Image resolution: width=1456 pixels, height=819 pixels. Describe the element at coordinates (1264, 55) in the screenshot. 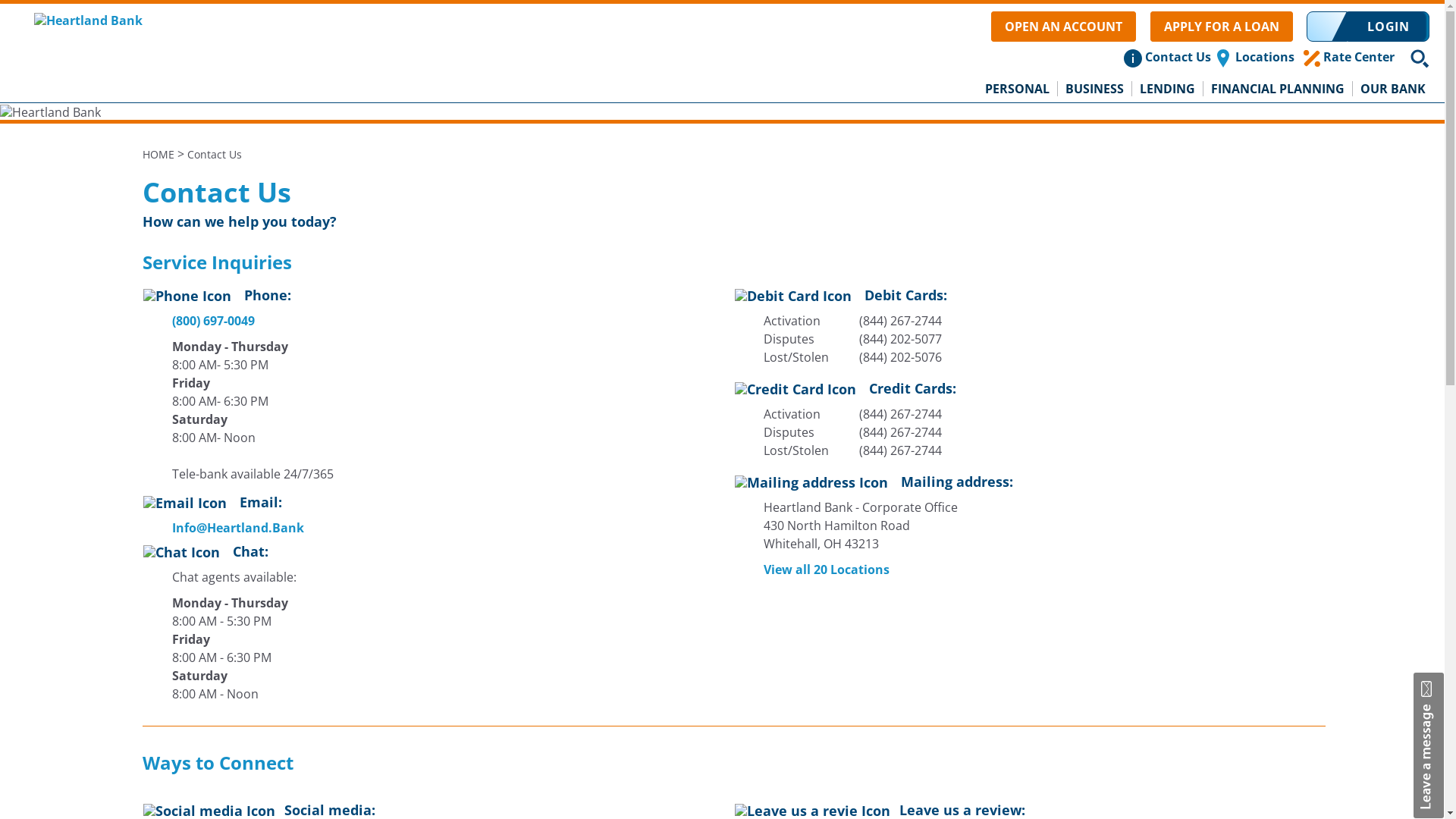

I see `'Locations'` at that location.